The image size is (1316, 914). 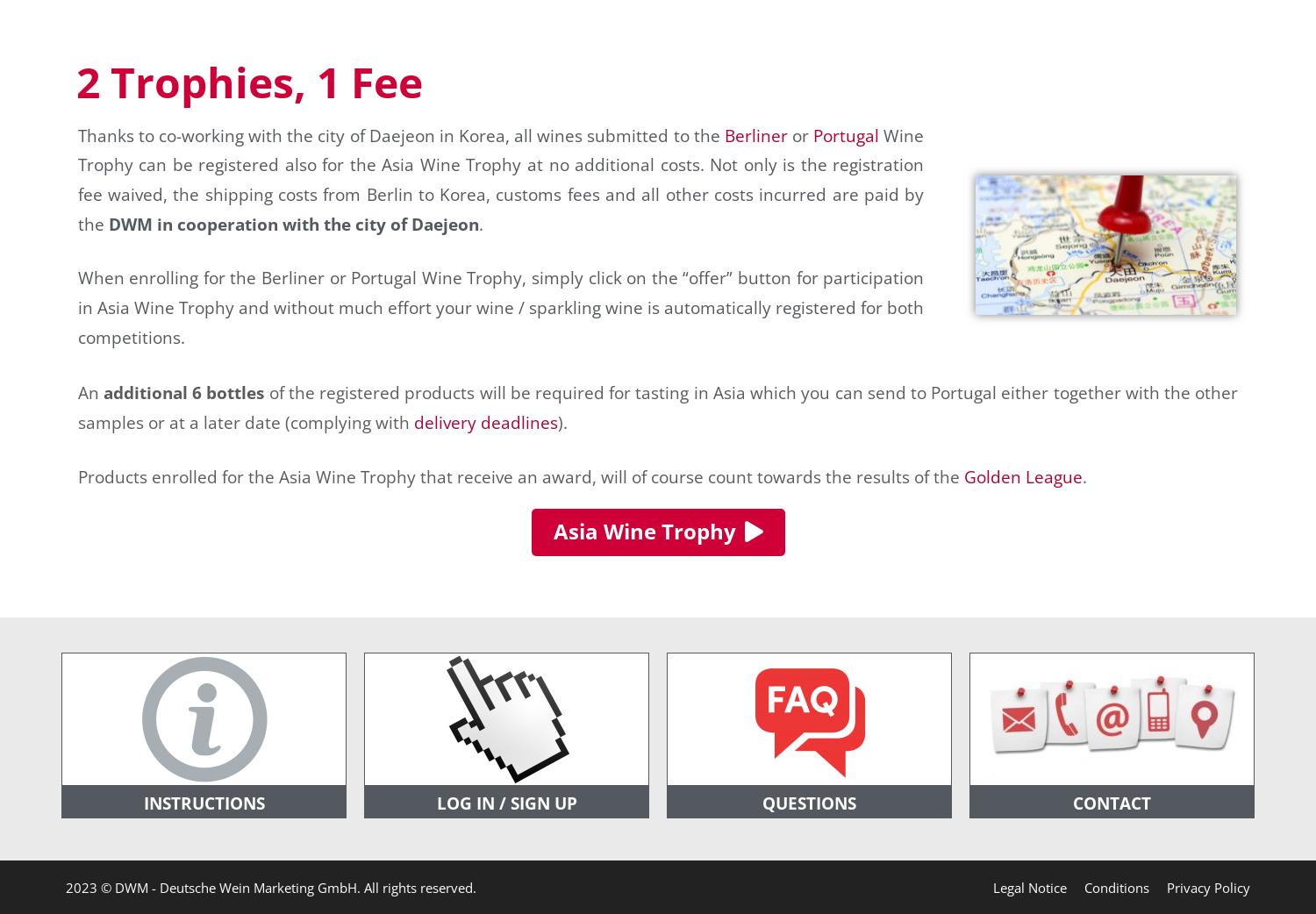 I want to click on 'An', so click(x=76, y=392).